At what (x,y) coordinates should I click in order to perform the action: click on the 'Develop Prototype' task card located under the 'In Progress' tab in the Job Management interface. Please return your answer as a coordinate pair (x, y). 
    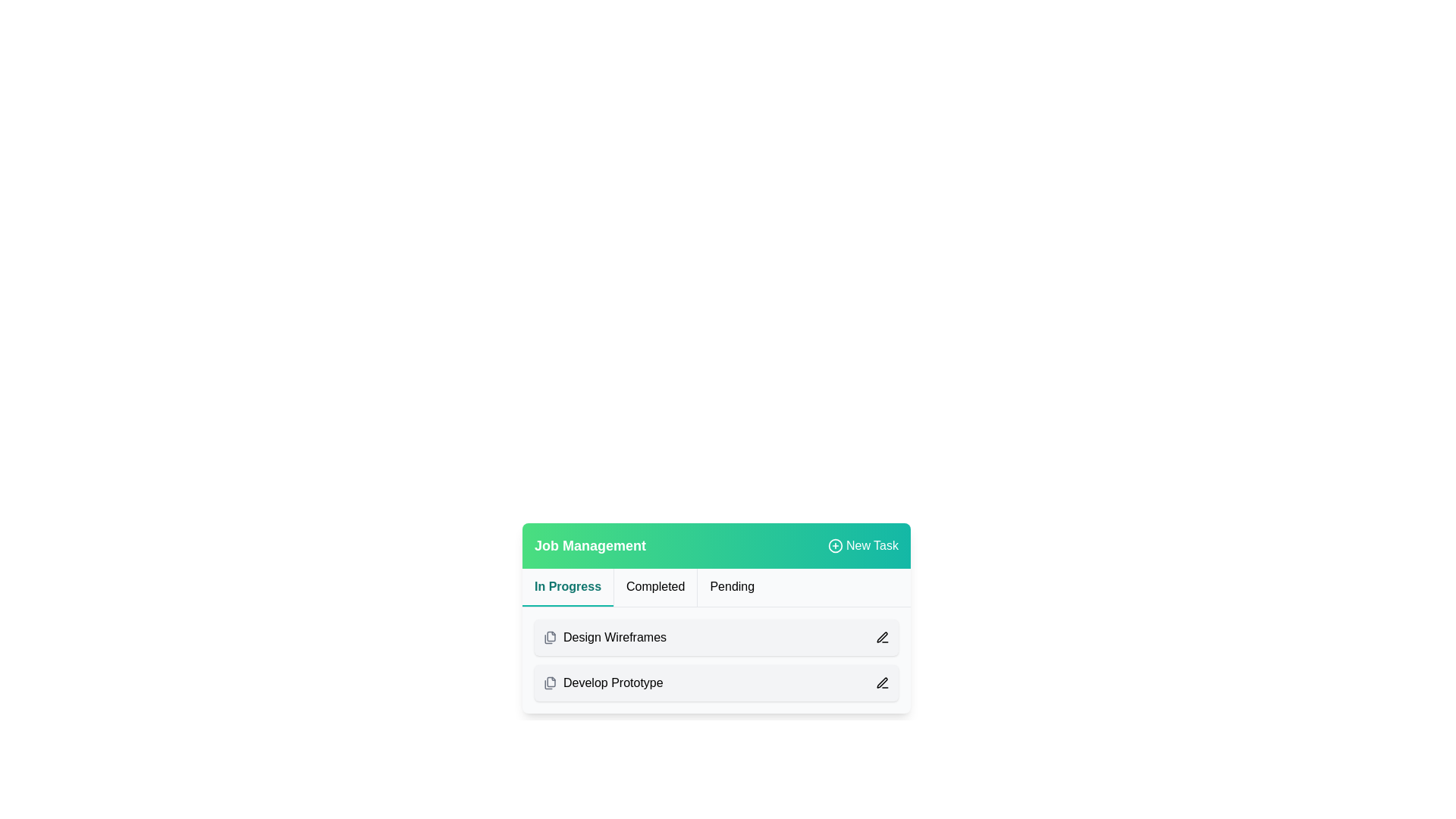
    Looking at the image, I should click on (716, 683).